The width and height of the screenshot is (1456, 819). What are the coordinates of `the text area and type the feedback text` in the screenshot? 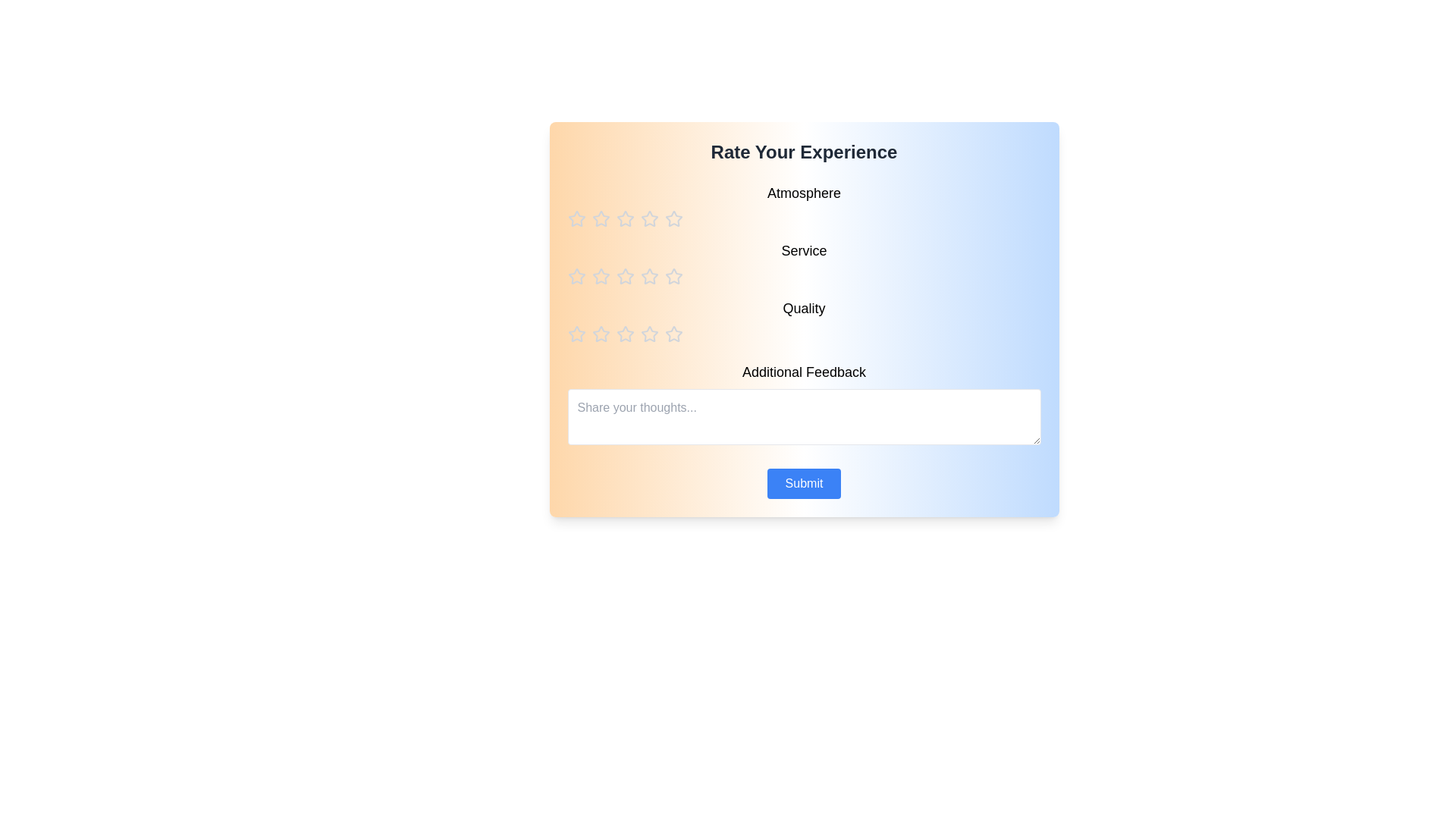 It's located at (803, 417).